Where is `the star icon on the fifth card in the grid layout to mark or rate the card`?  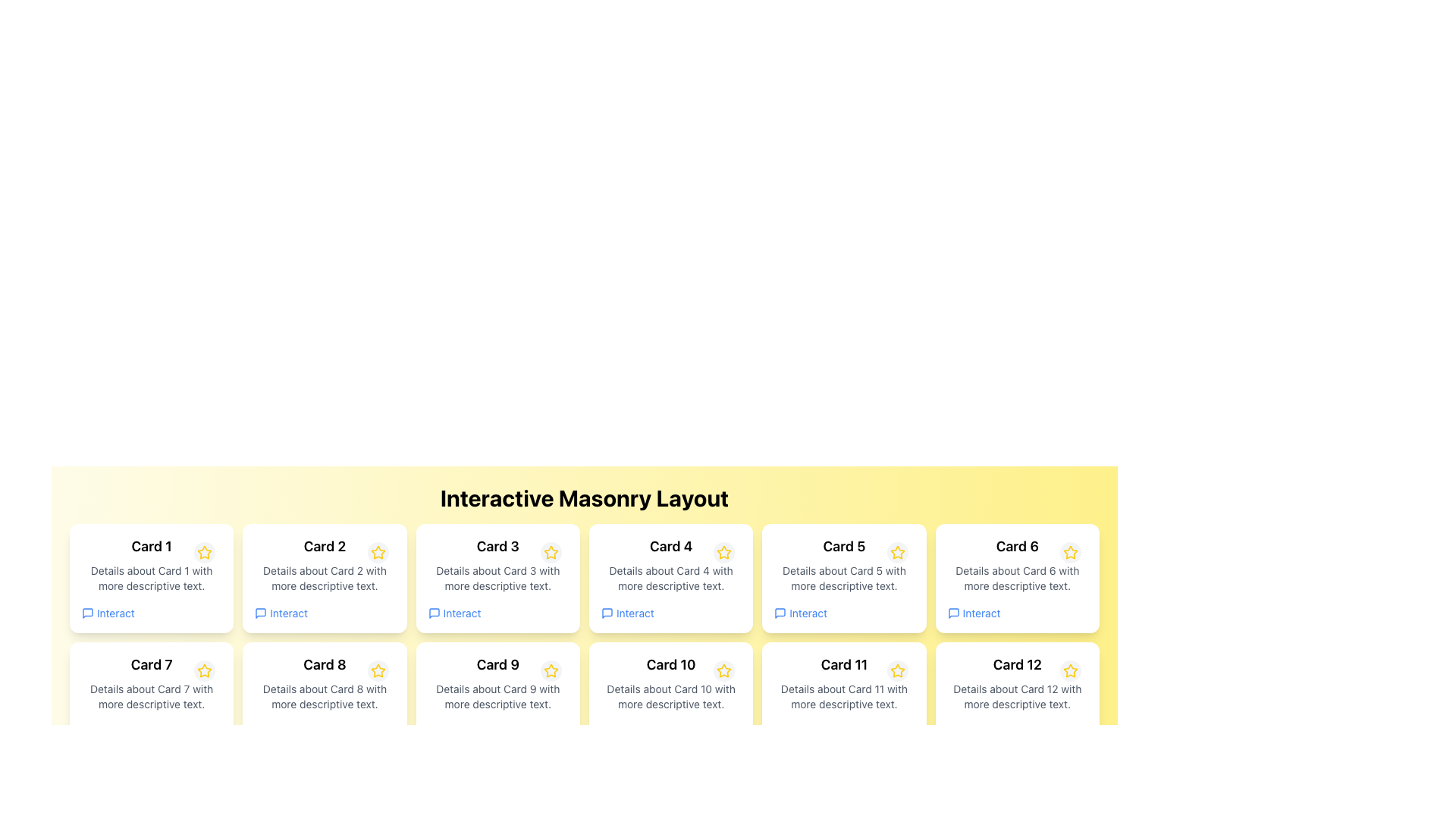
the star icon on the fifth card in the grid layout to mark or rate the card is located at coordinates (843, 579).